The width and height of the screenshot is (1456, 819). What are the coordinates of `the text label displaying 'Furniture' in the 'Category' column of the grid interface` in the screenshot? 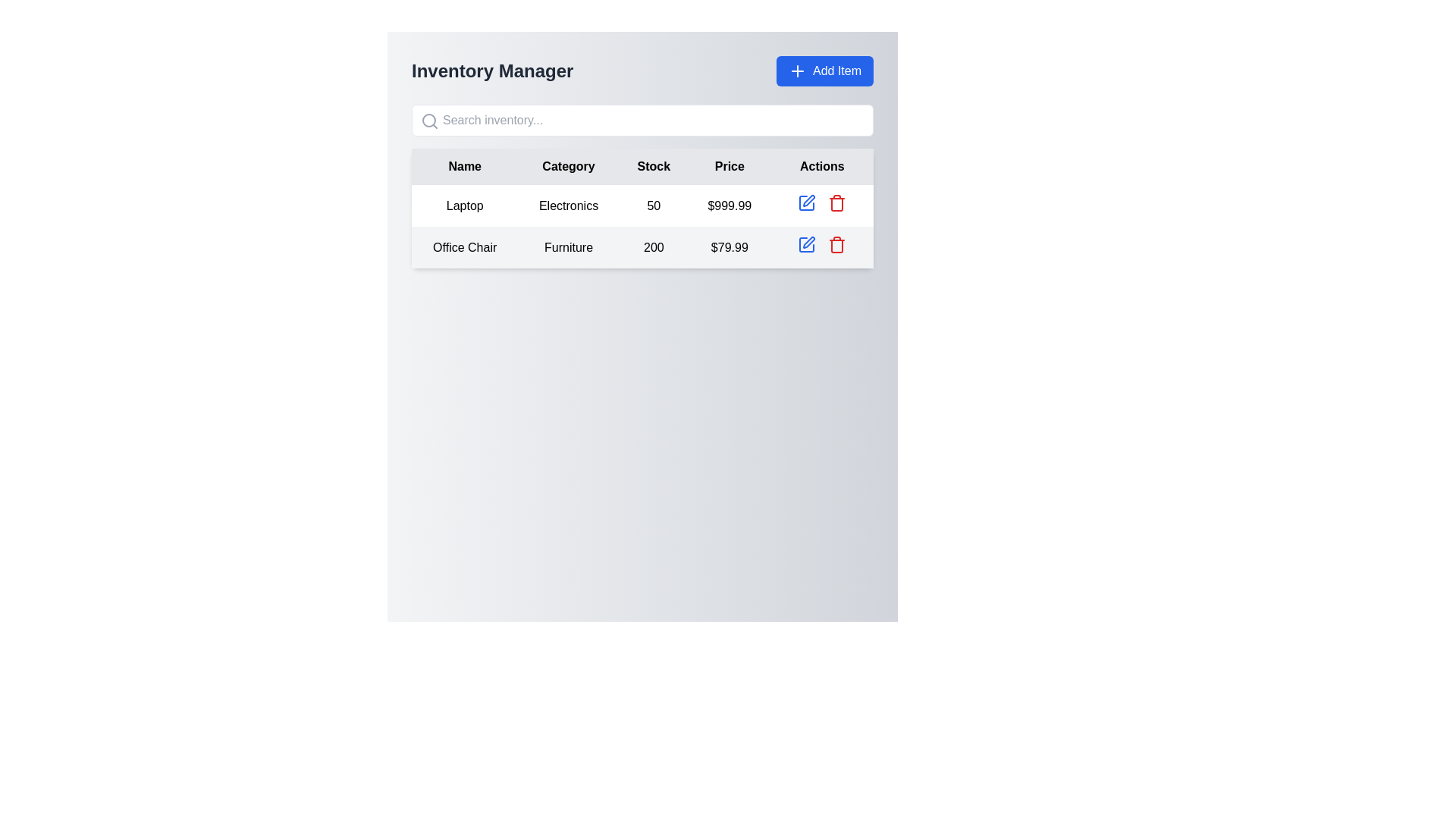 It's located at (568, 246).